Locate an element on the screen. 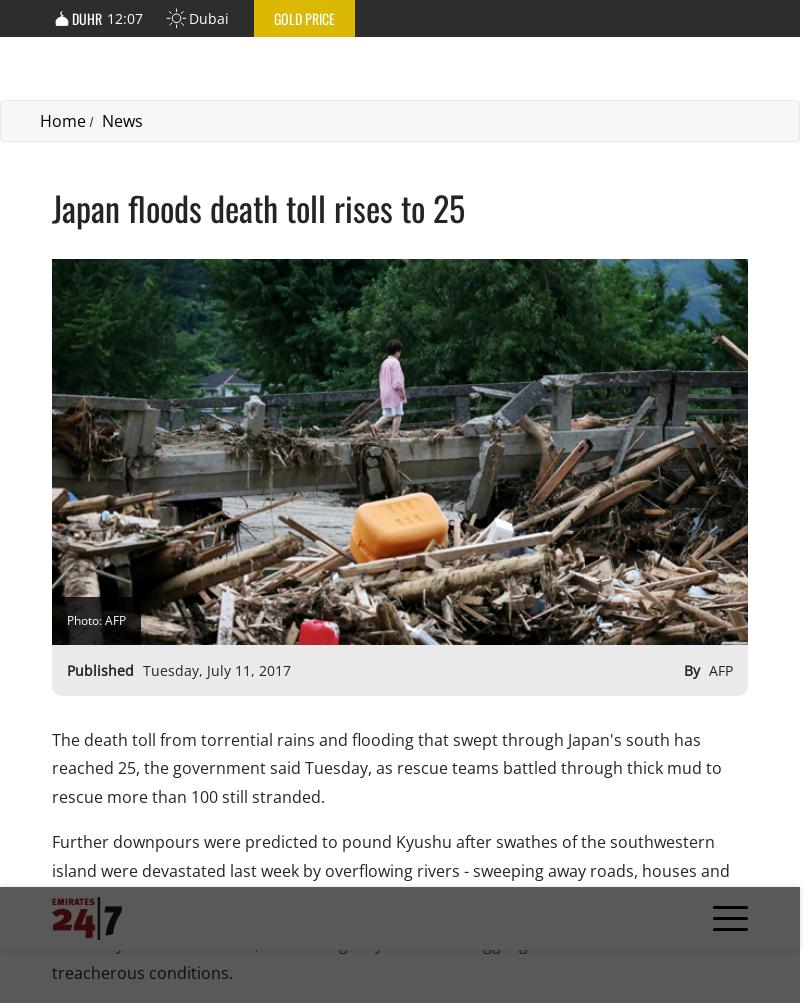 The width and height of the screenshot is (812, 1003). 'Japan's weather agency on Tuesday warned of continued heavy rains in Kyushu.' is located at coordinates (352, 599).